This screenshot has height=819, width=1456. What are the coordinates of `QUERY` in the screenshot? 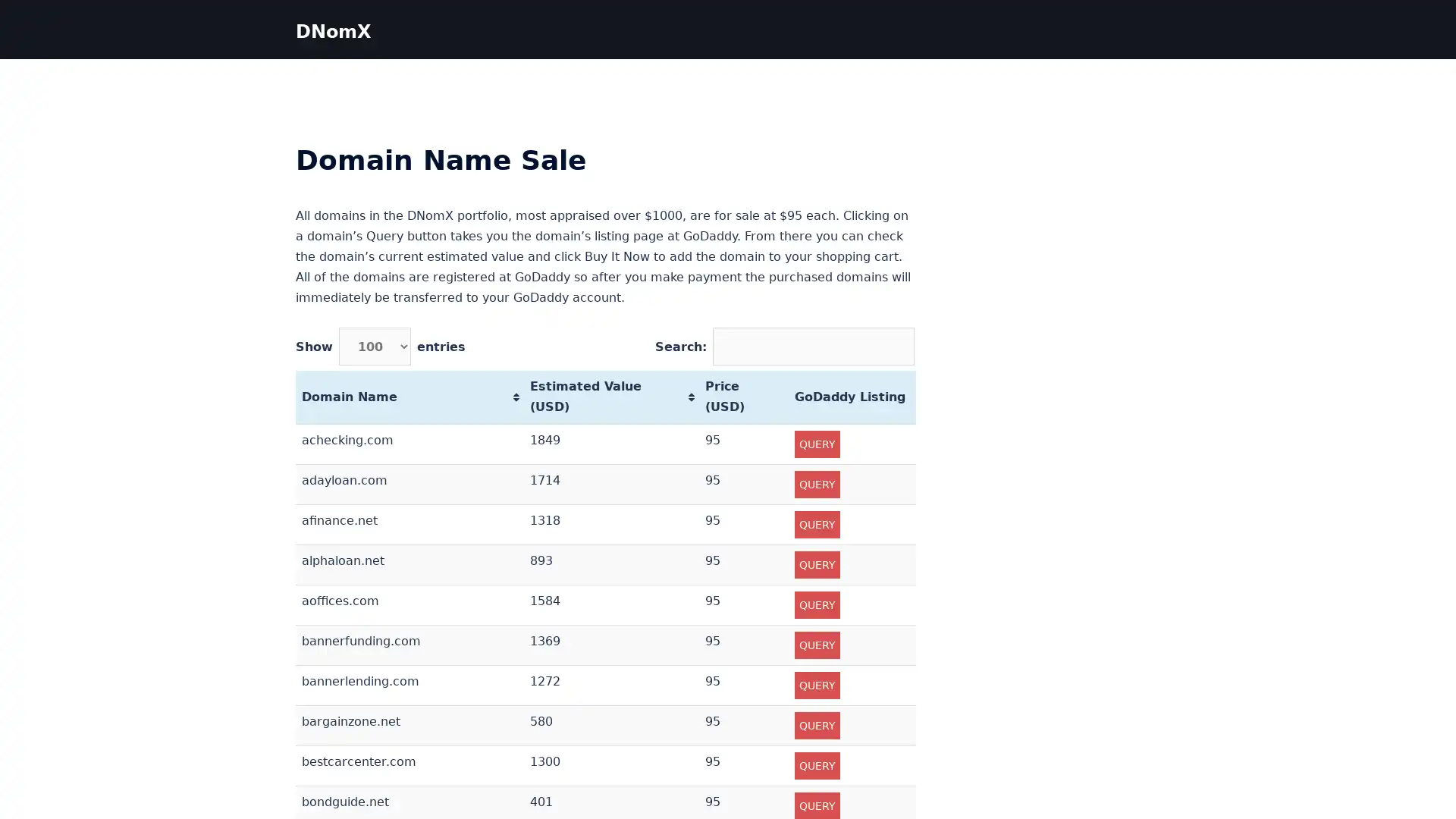 It's located at (815, 685).